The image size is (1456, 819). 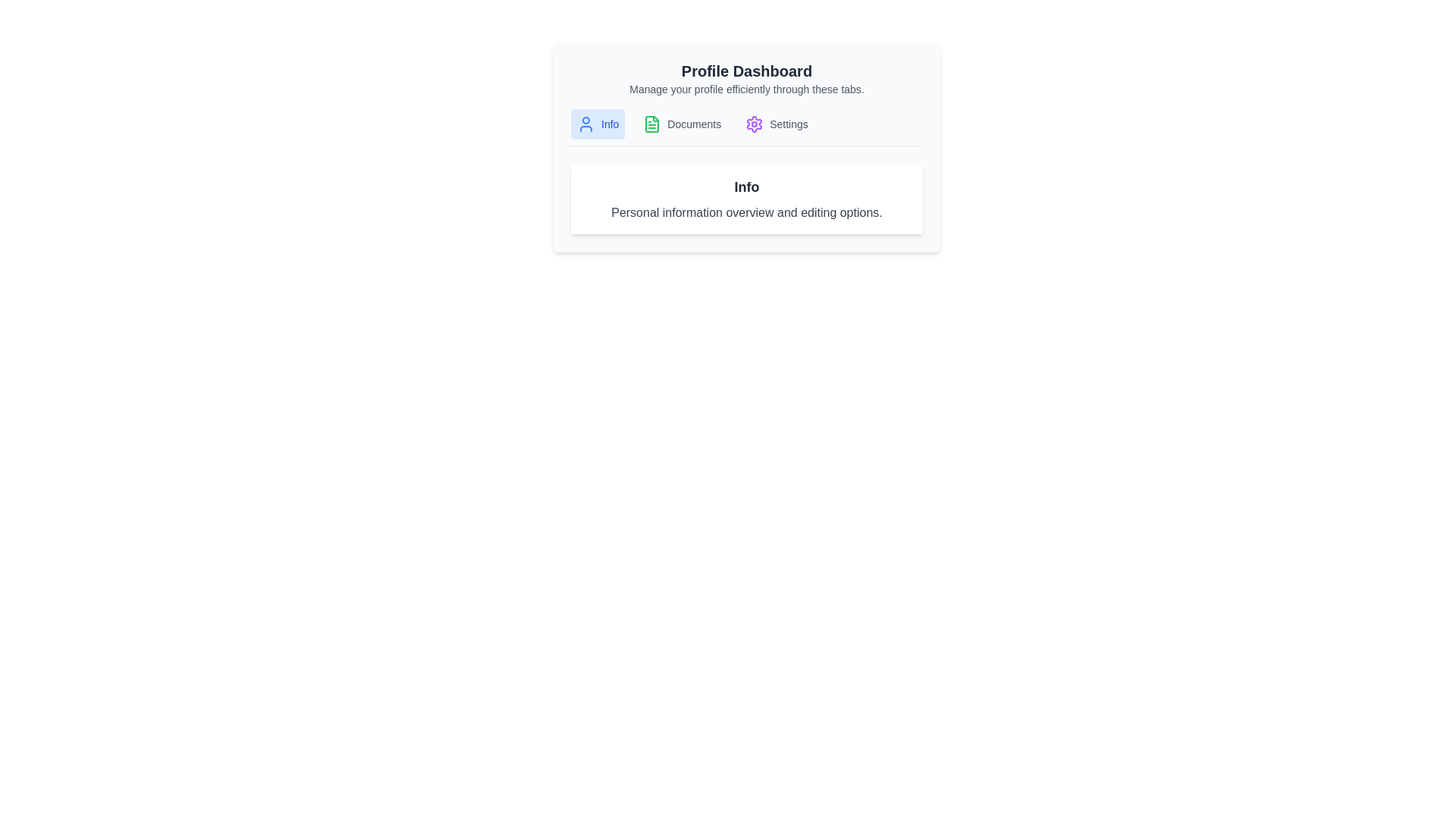 What do you see at coordinates (597, 124) in the screenshot?
I see `the Info tab to view its content` at bounding box center [597, 124].